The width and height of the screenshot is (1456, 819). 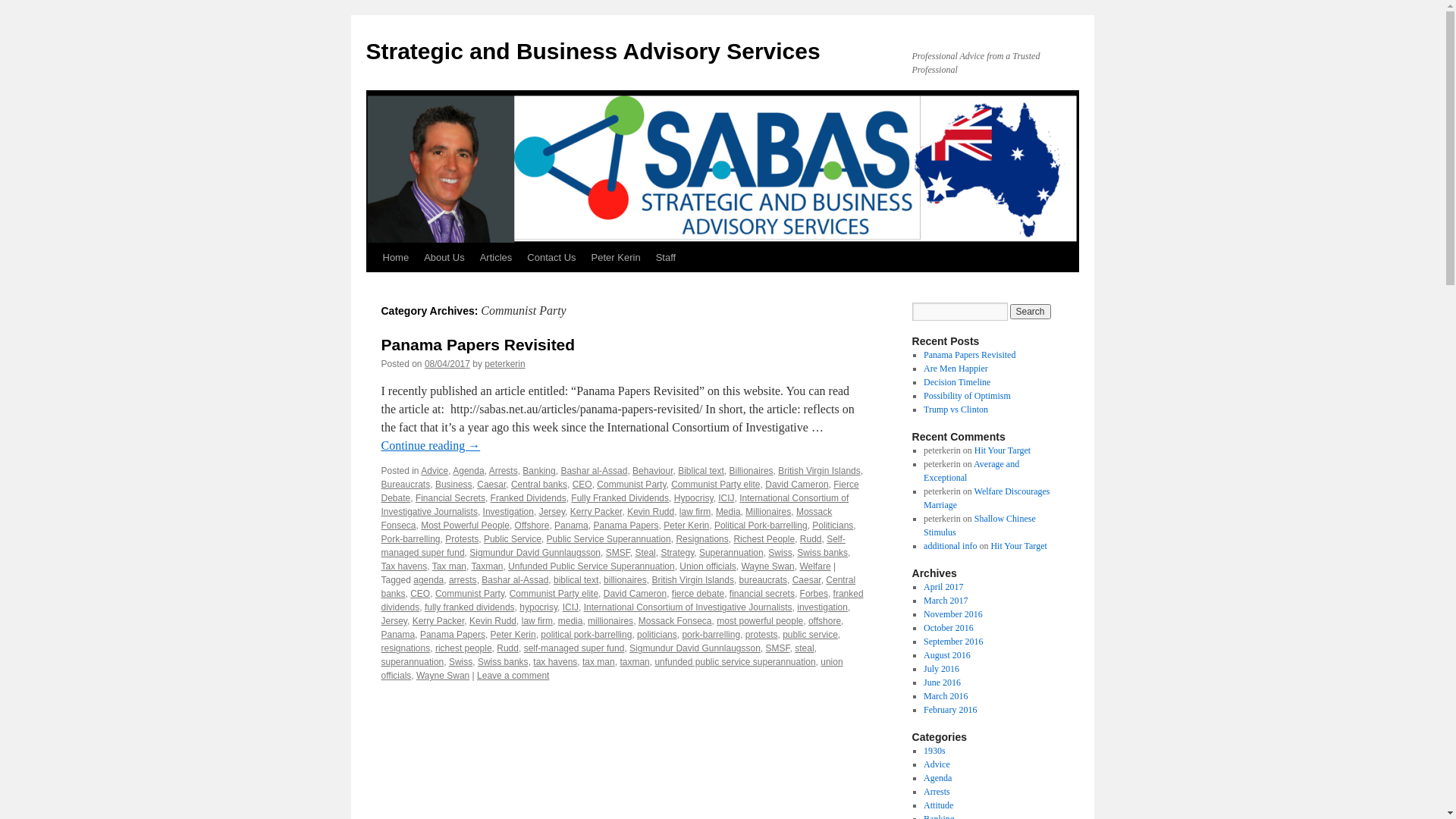 What do you see at coordinates (652, 470) in the screenshot?
I see `'Behaviour'` at bounding box center [652, 470].